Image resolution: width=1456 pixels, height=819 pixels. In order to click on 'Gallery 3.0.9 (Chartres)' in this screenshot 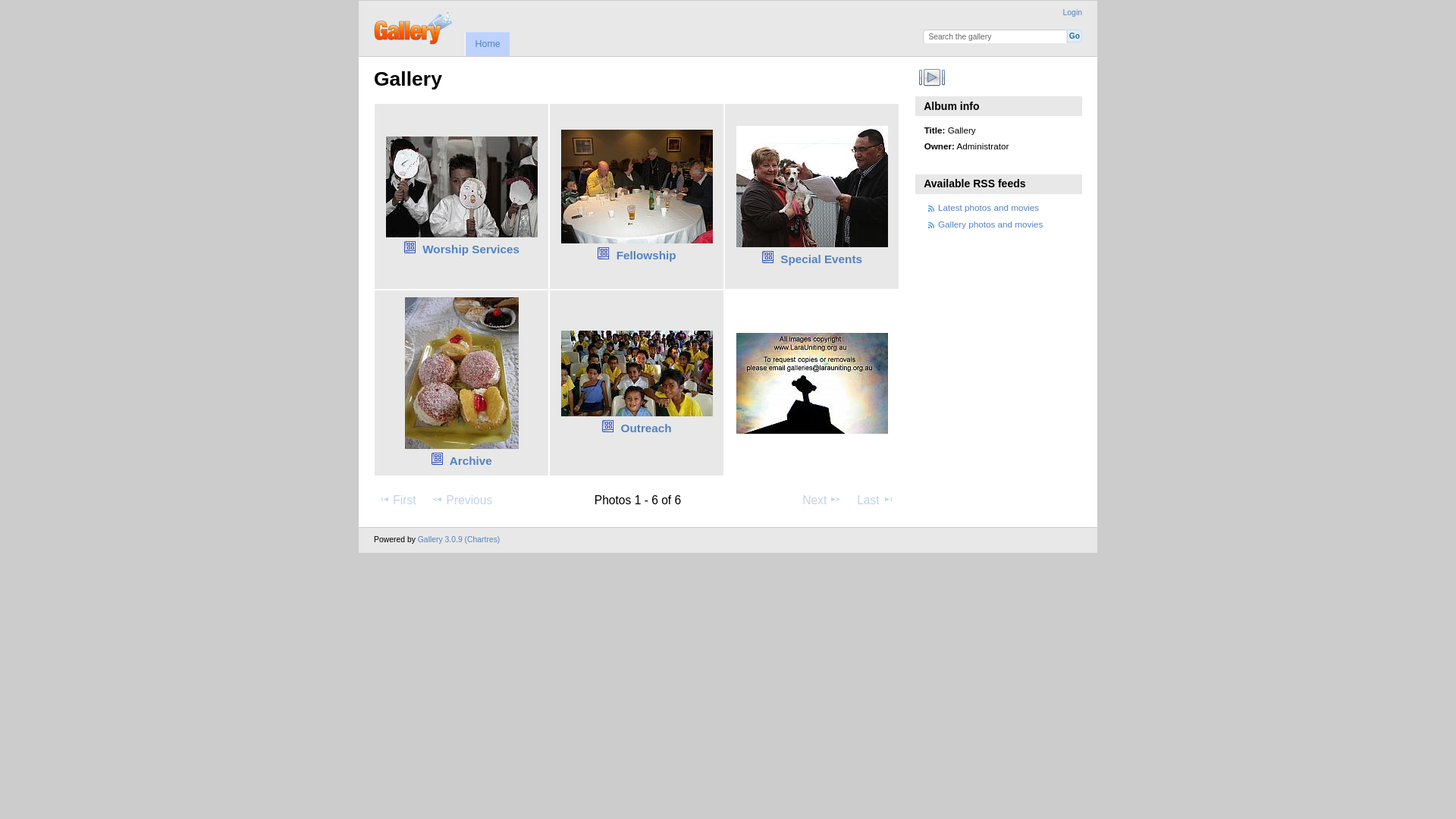, I will do `click(458, 538)`.